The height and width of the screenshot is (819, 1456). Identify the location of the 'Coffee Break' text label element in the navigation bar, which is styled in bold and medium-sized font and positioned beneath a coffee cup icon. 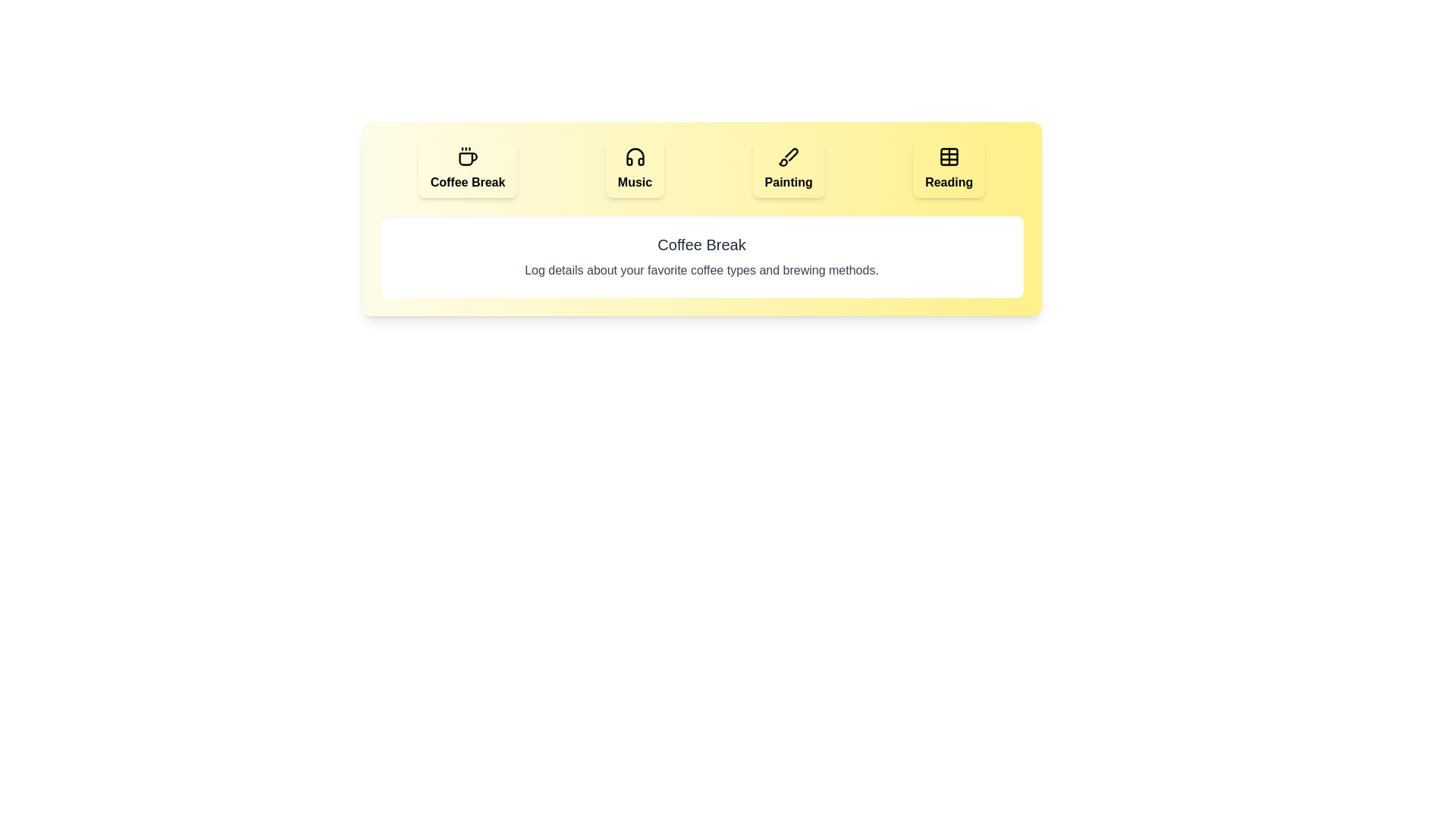
(467, 181).